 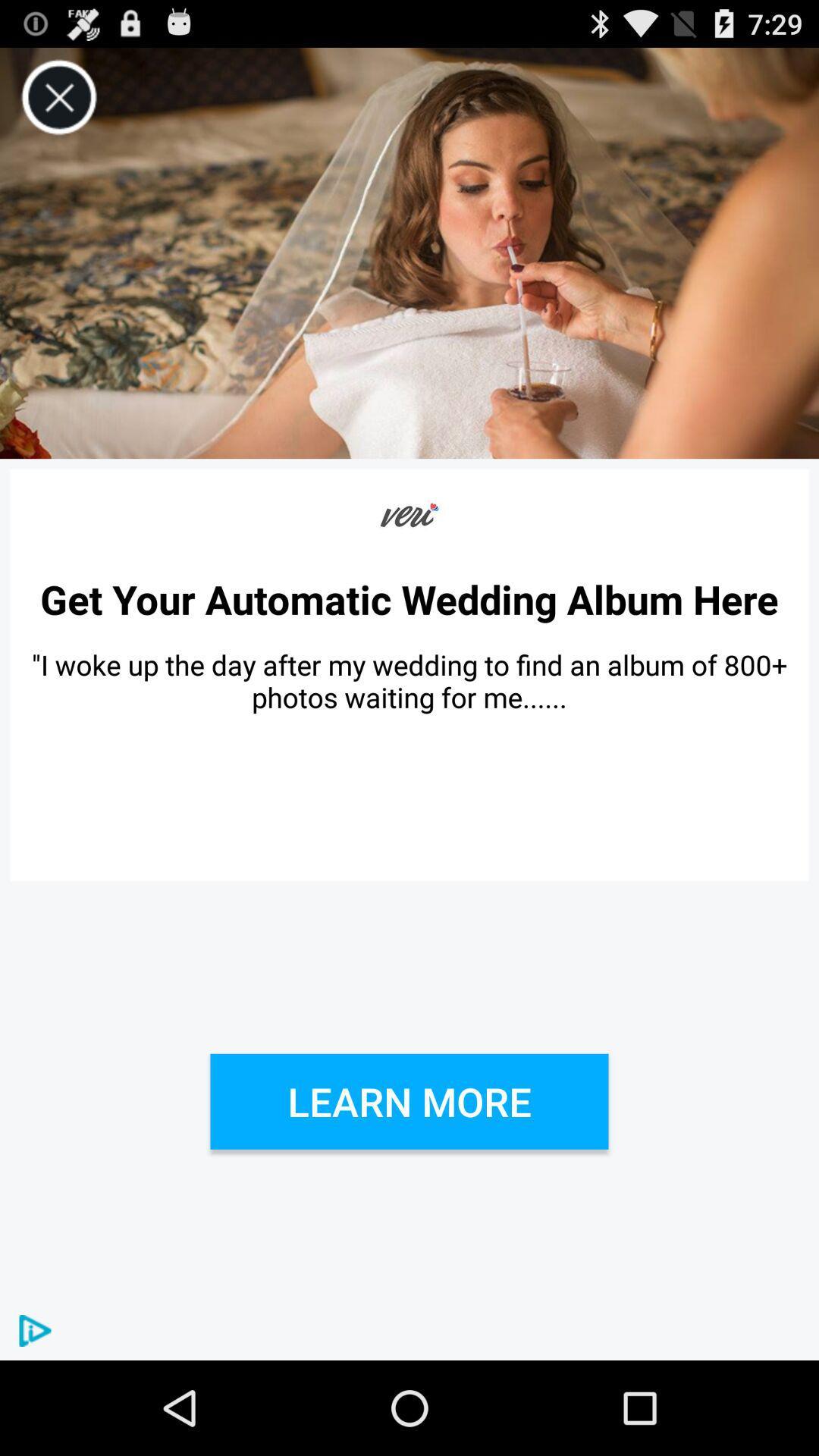 What do you see at coordinates (409, 516) in the screenshot?
I see `icon above get your automatic app` at bounding box center [409, 516].